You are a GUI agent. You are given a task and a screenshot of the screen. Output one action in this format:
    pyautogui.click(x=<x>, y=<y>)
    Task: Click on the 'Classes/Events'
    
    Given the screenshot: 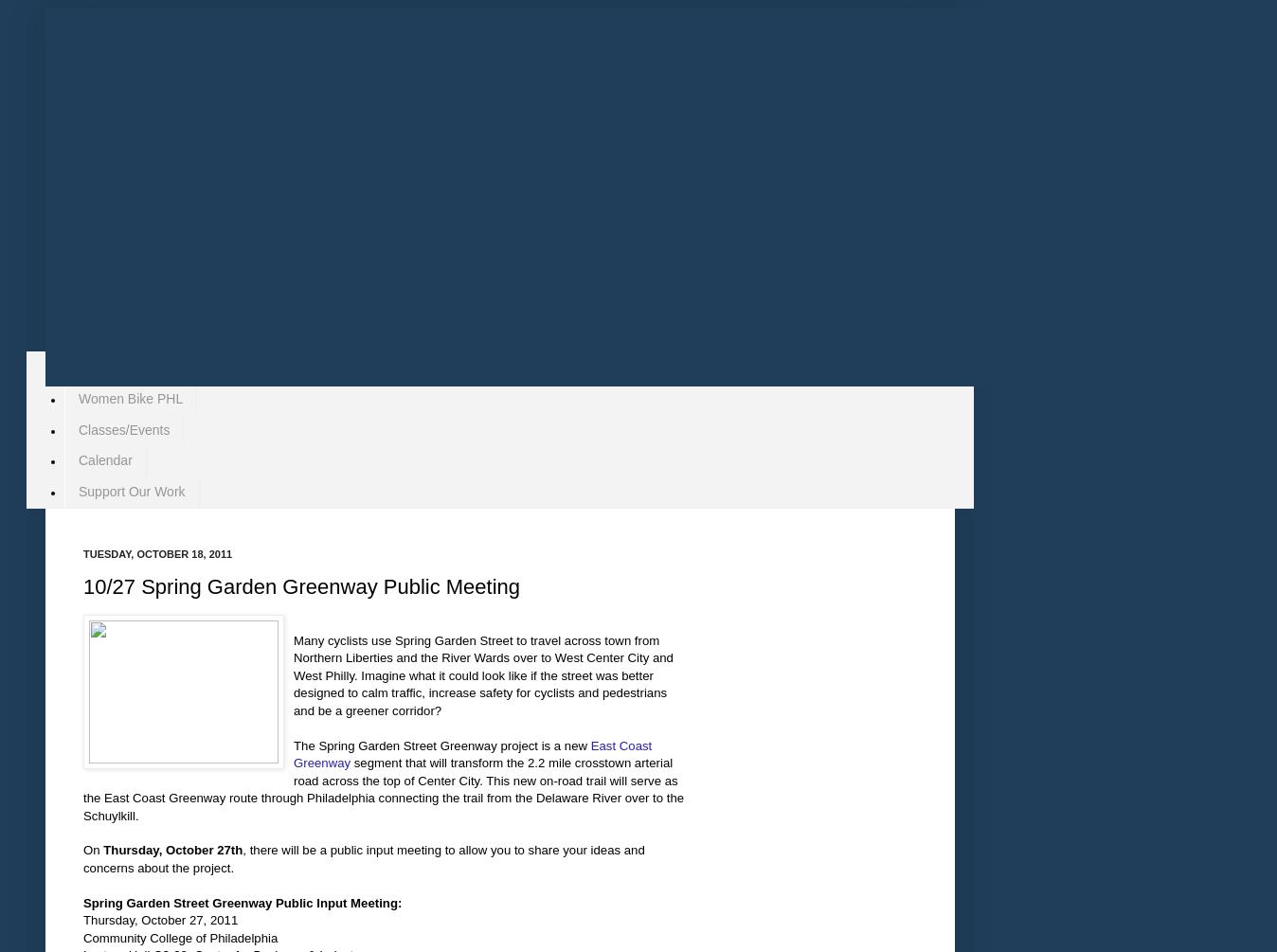 What is the action you would take?
    pyautogui.click(x=78, y=428)
    